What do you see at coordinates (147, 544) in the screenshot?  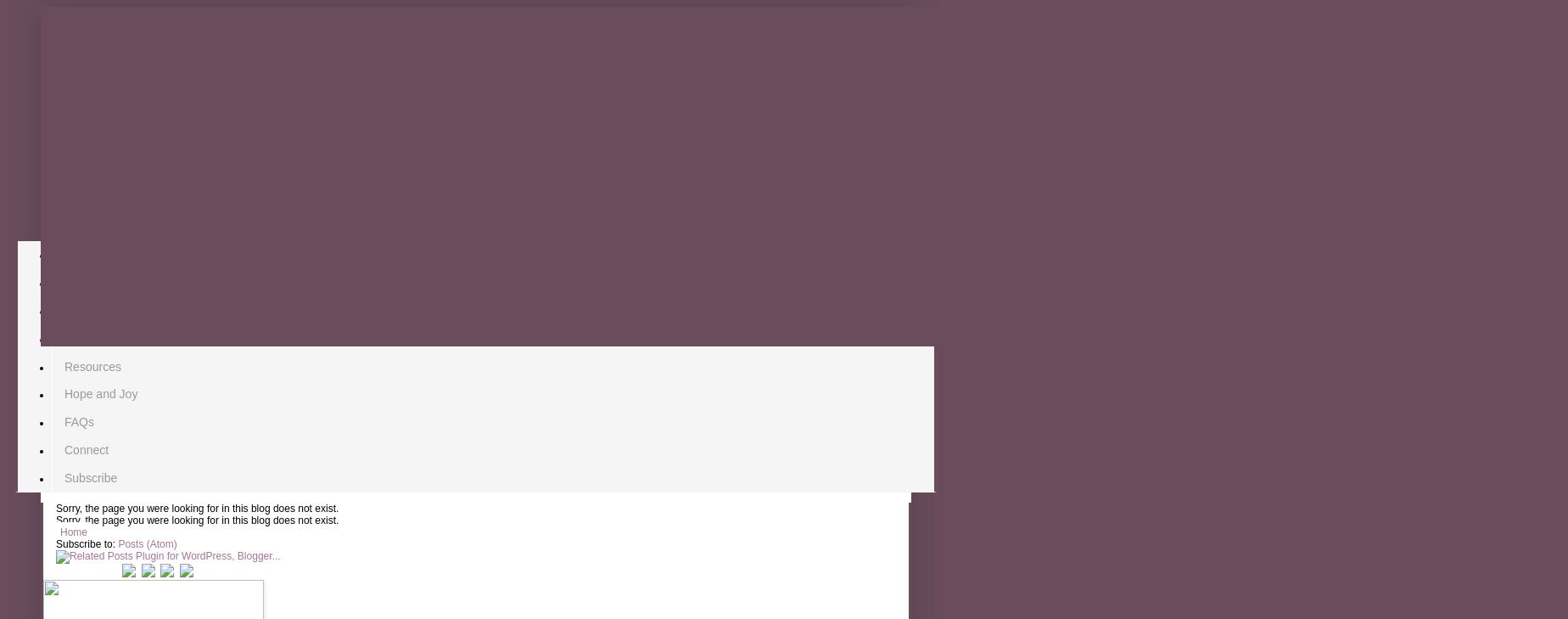 I see `'Posts (Atom)'` at bounding box center [147, 544].